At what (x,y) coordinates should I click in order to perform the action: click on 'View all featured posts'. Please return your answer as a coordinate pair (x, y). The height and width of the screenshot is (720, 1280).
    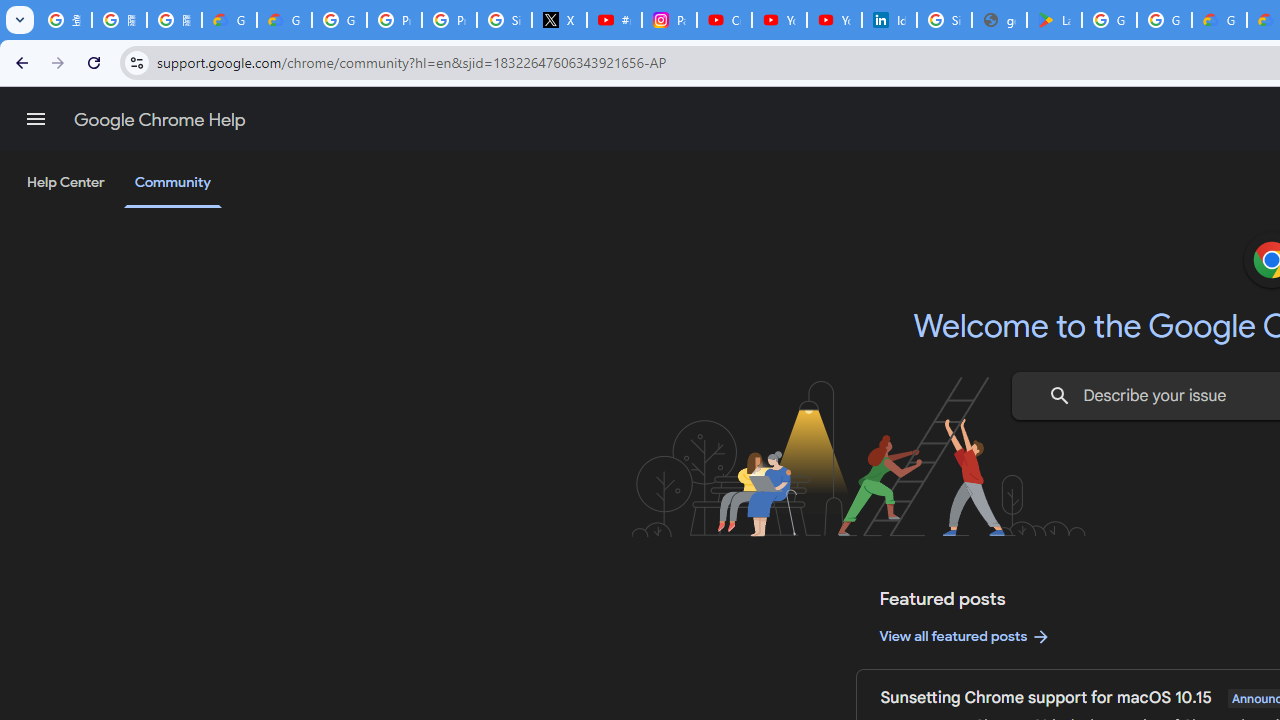
    Looking at the image, I should click on (965, 636).